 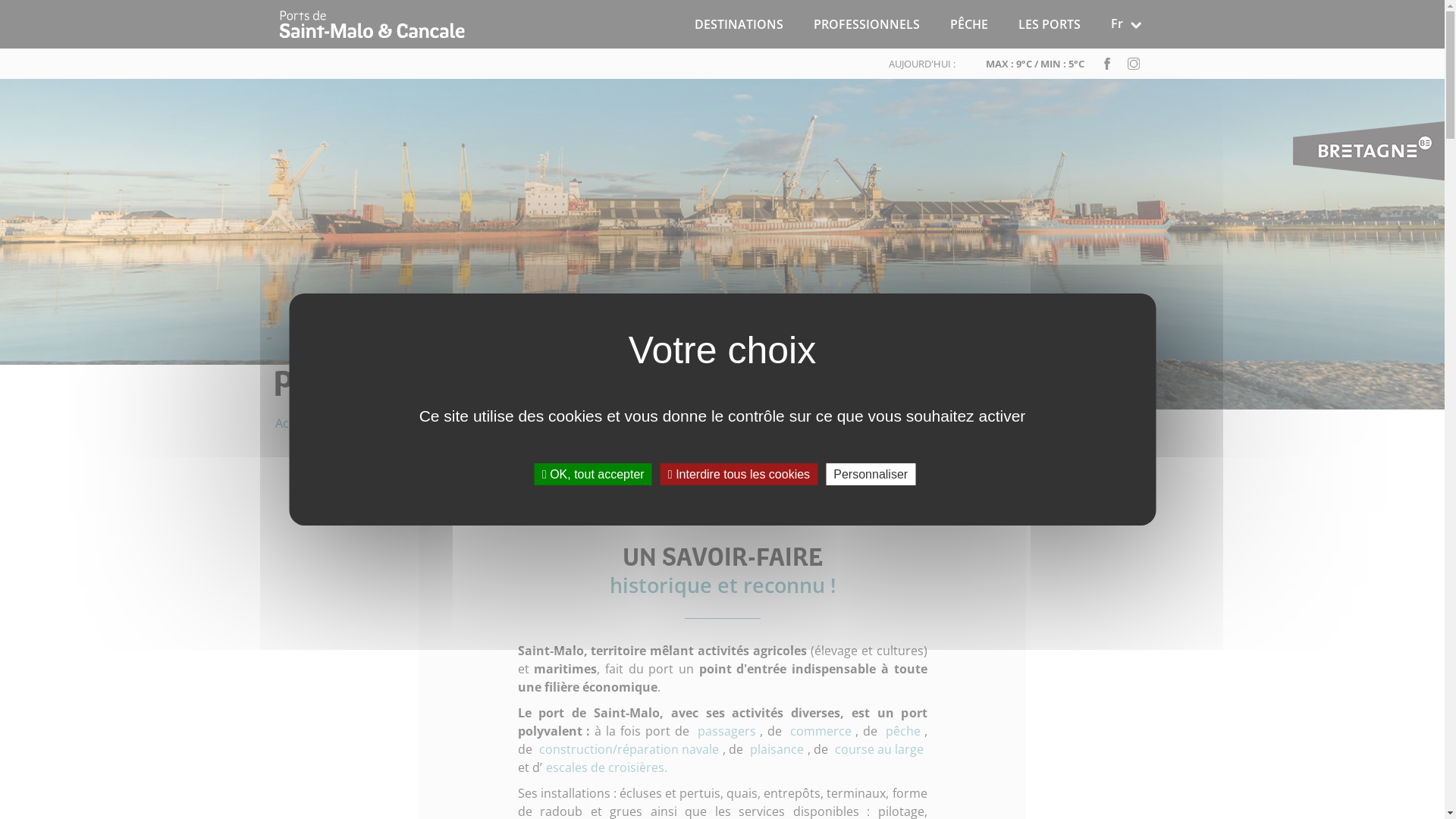 What do you see at coordinates (372, 24) in the screenshot?
I see `'Accueil'` at bounding box center [372, 24].